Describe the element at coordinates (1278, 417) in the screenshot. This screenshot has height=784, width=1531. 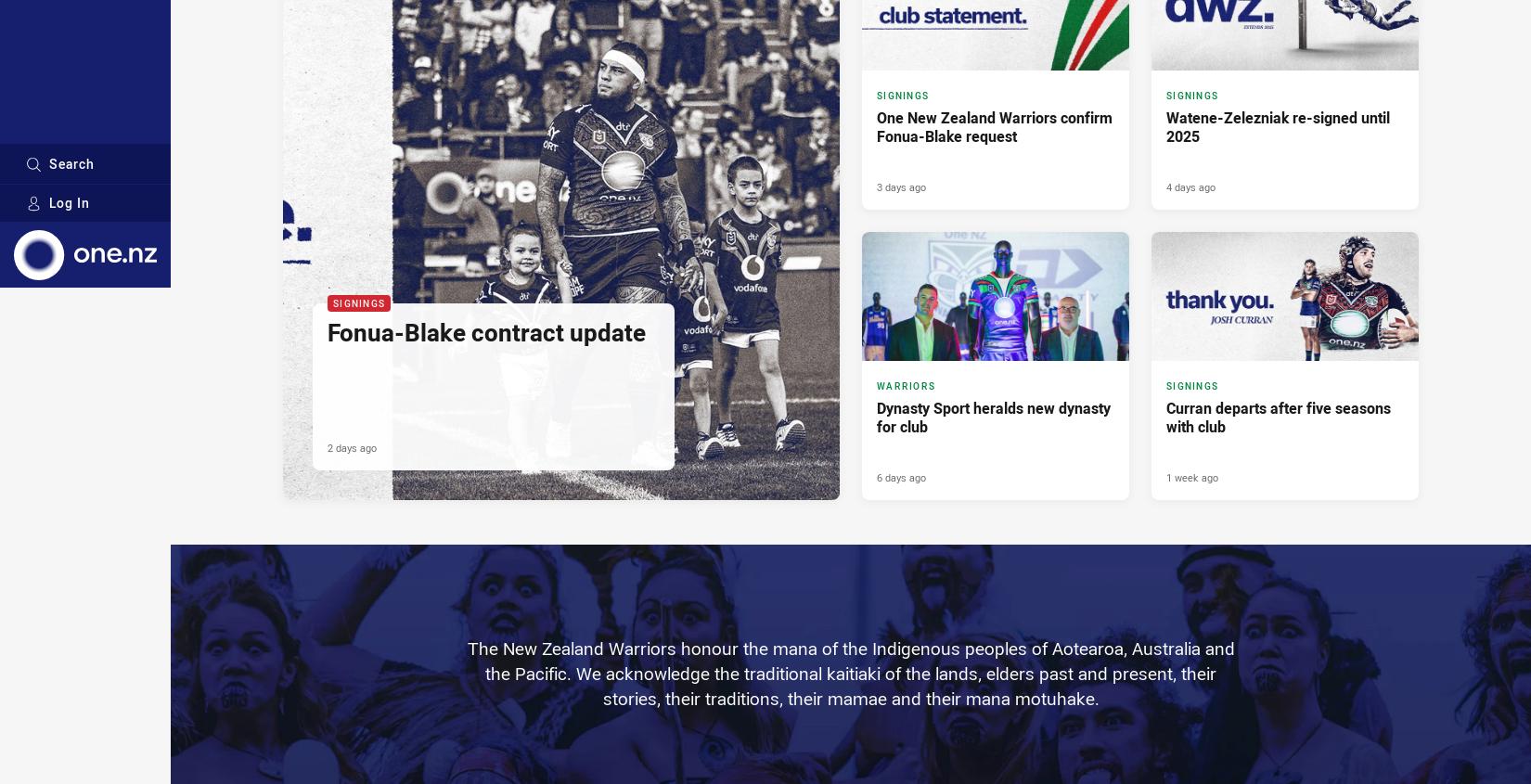
I see `'Curran departs after five seasons with club'` at that location.